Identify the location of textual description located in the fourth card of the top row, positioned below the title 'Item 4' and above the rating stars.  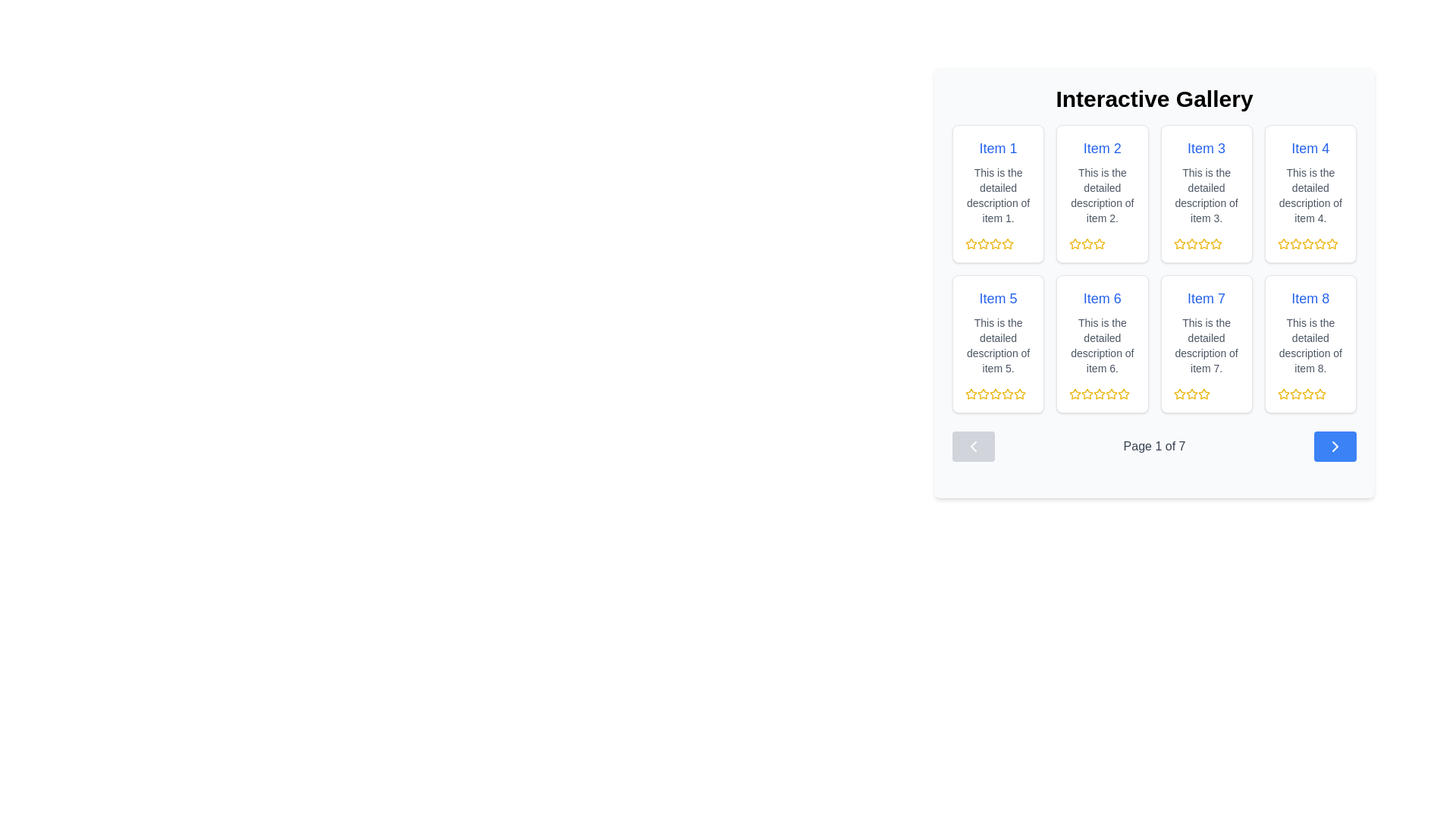
(1310, 195).